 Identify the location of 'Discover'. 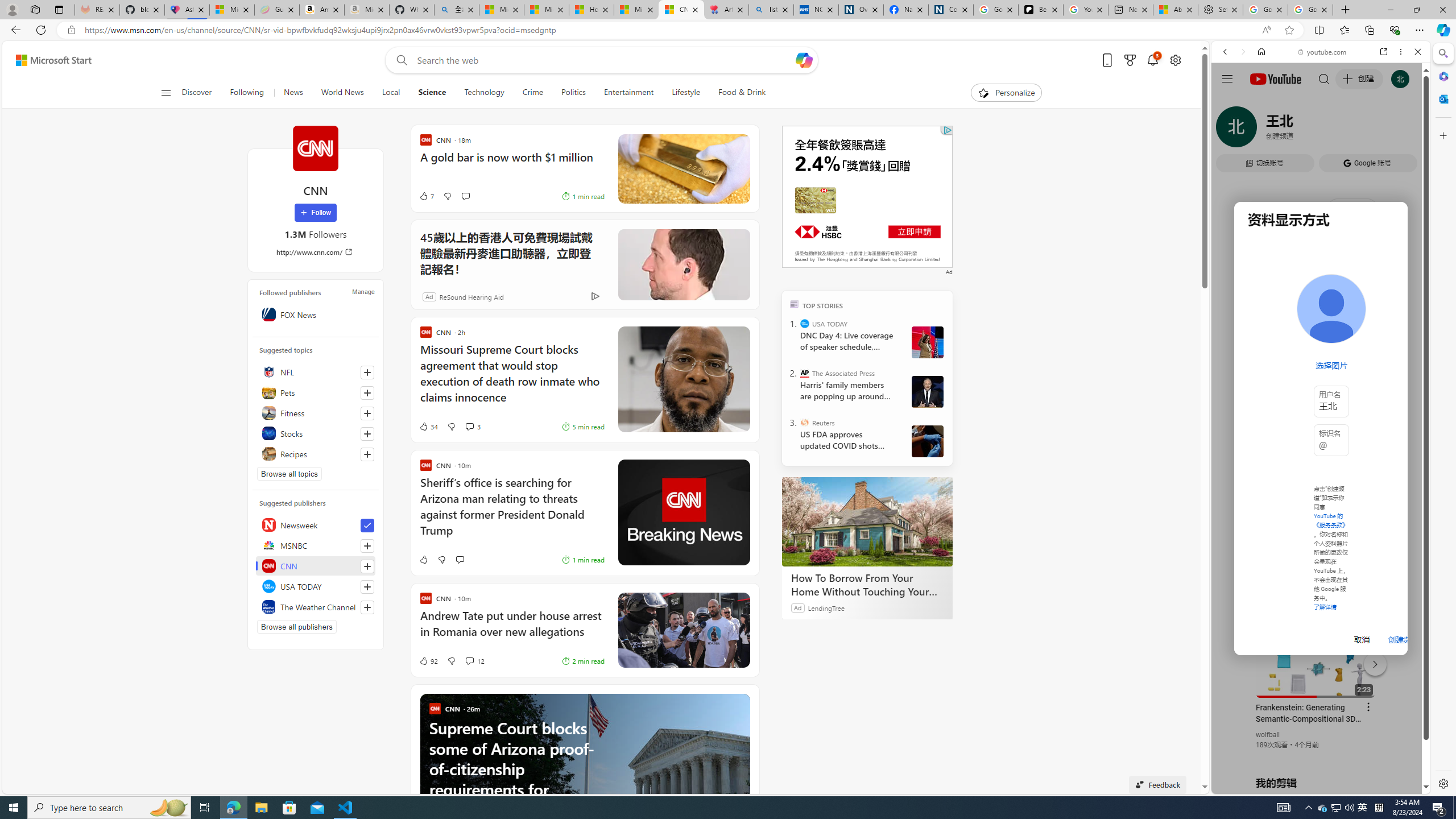
(201, 92).